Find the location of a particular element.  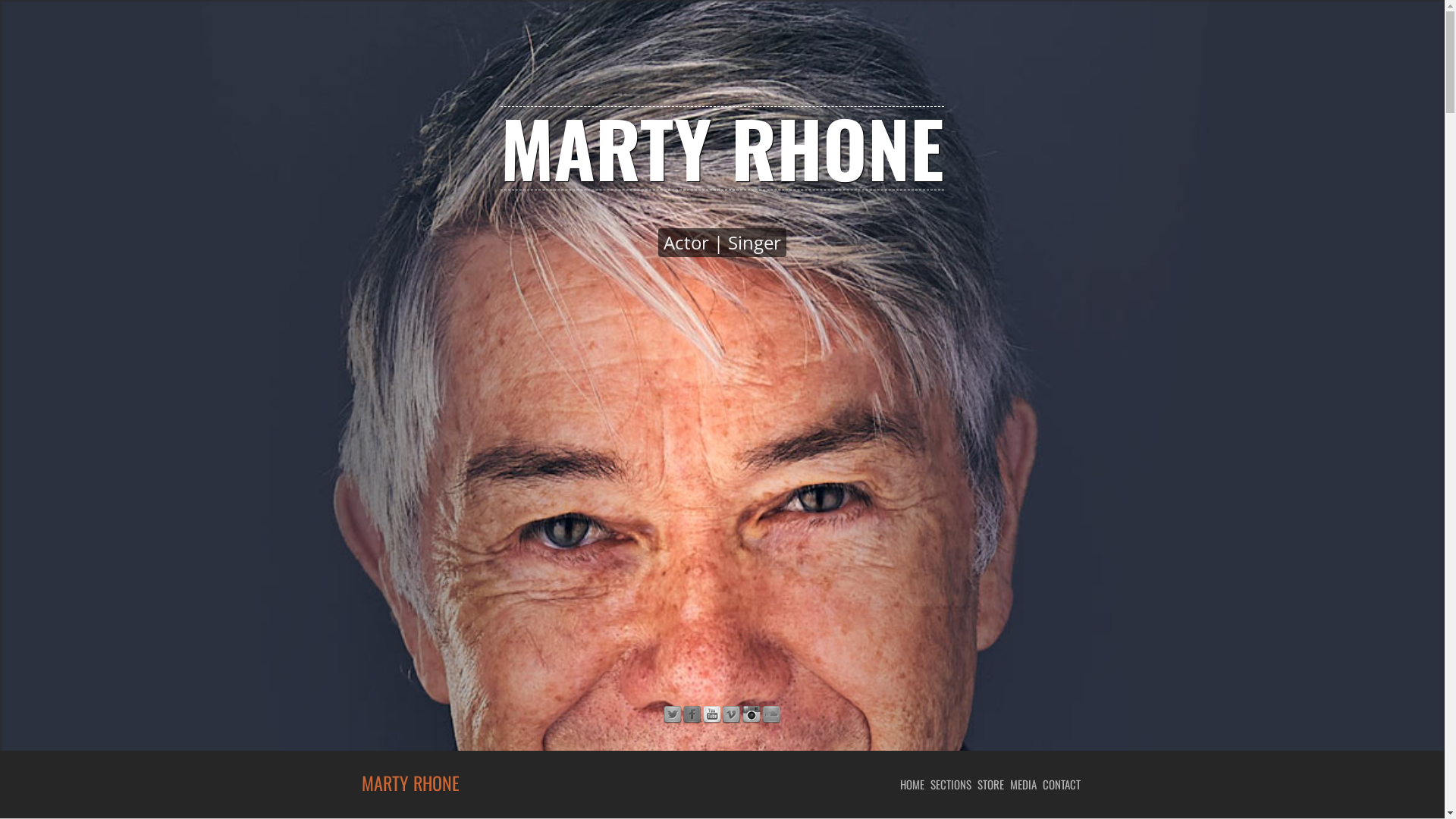

'CONTACT' is located at coordinates (1062, 783).